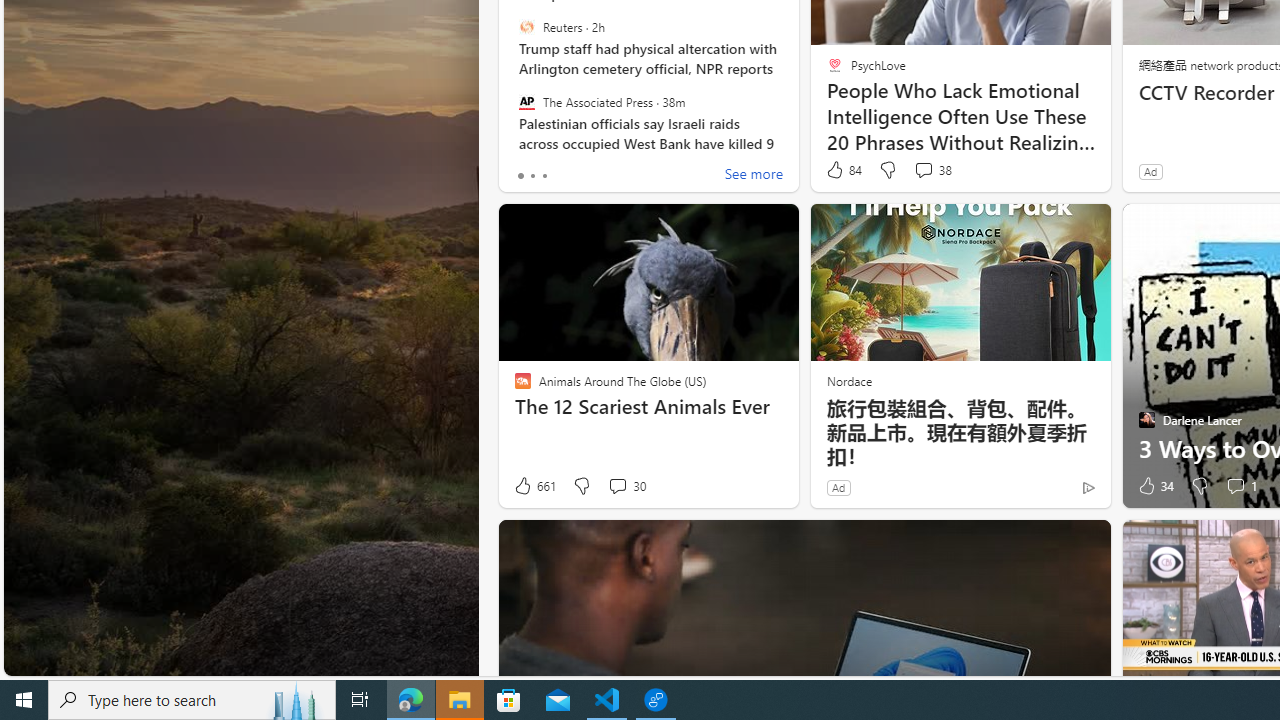 The image size is (1280, 720). Describe the element at coordinates (922, 168) in the screenshot. I see `'View comments 38 Comment'` at that location.